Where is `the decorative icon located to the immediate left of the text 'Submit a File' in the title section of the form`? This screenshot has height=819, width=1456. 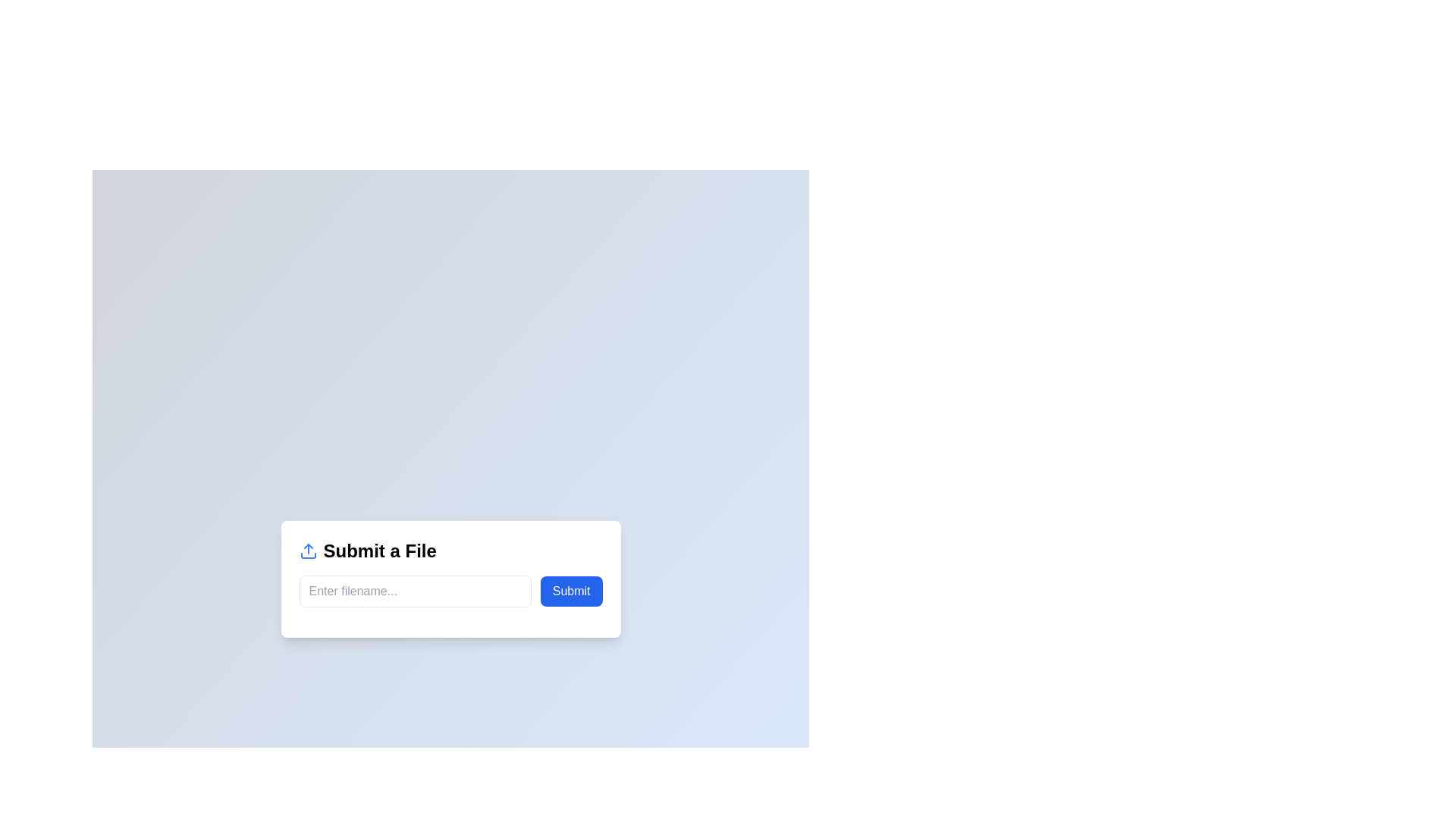 the decorative icon located to the immediate left of the text 'Submit a File' in the title section of the form is located at coordinates (307, 551).